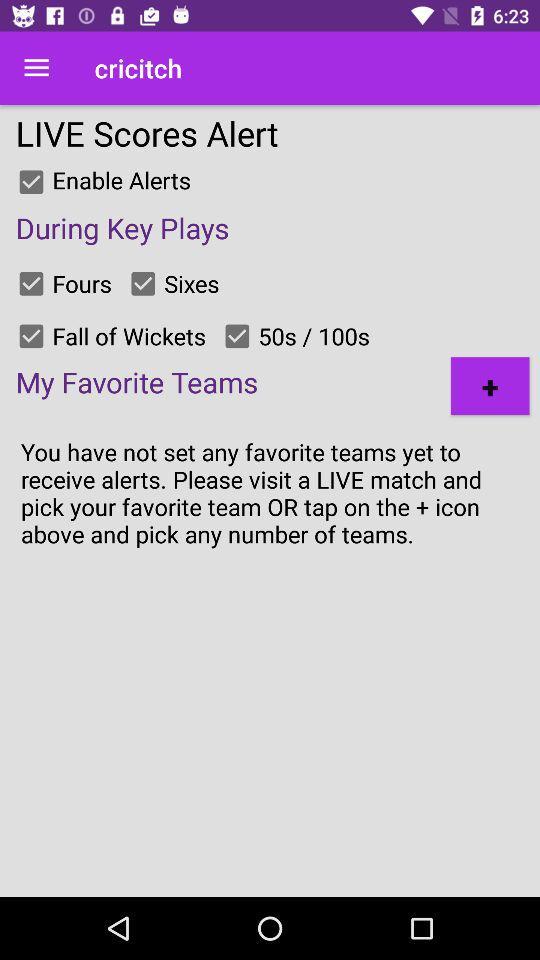  Describe the element at coordinates (142, 282) in the screenshot. I see `checks a box` at that location.